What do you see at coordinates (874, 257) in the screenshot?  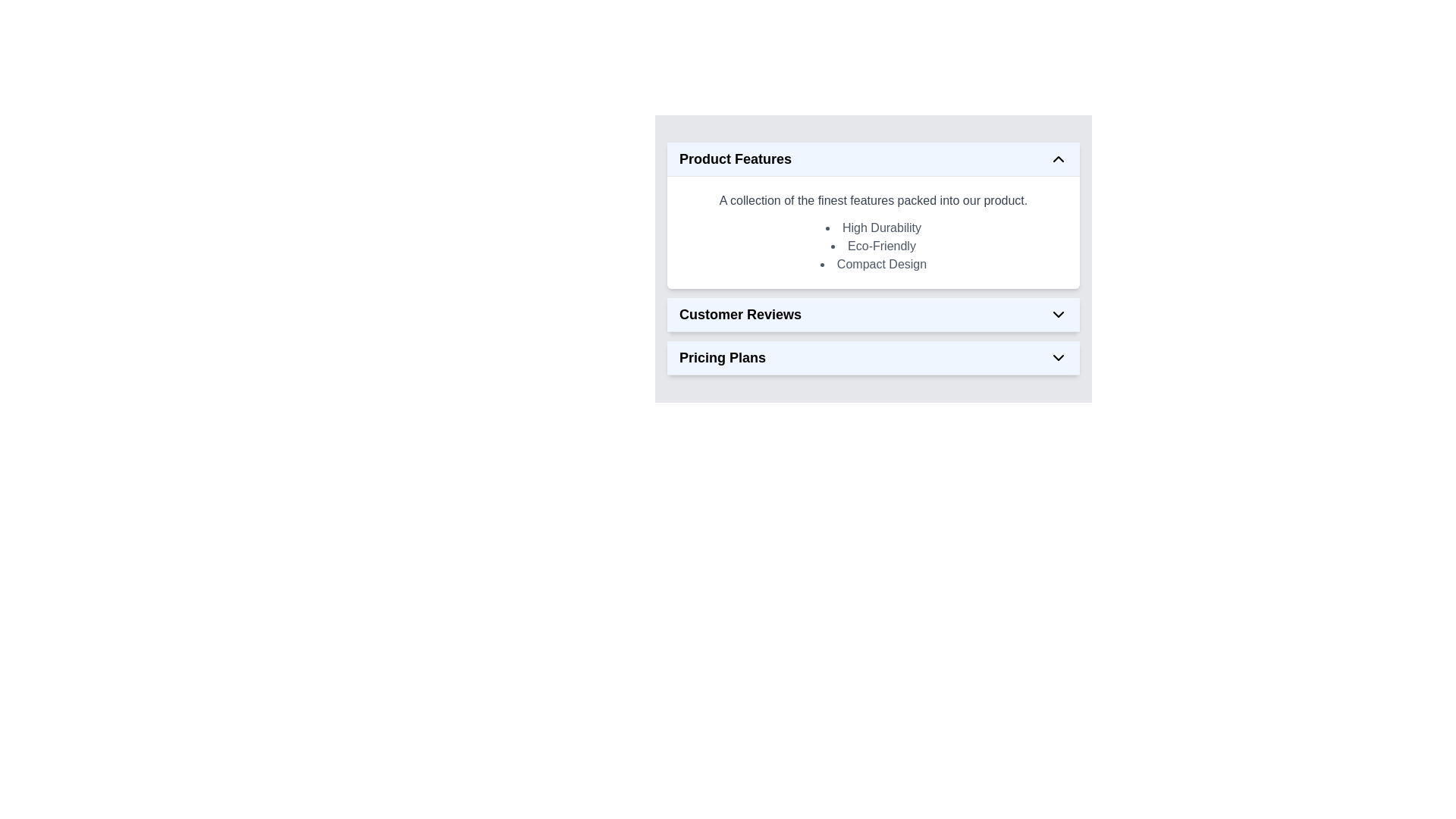 I see `text content of the 'Product Features' information display section, which includes a title and a bulleted list of features` at bounding box center [874, 257].